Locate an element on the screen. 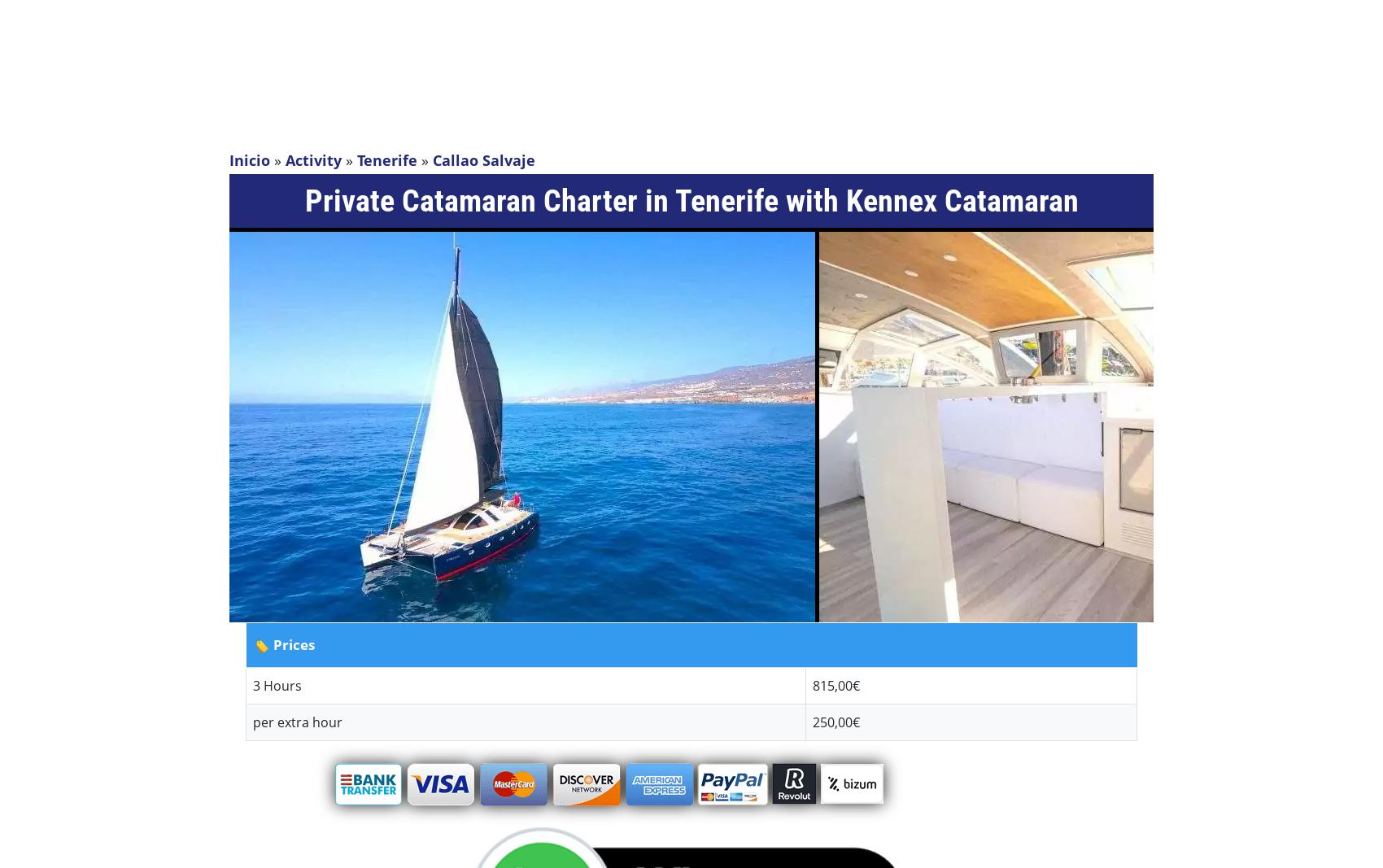  'Contact' is located at coordinates (838, 116).